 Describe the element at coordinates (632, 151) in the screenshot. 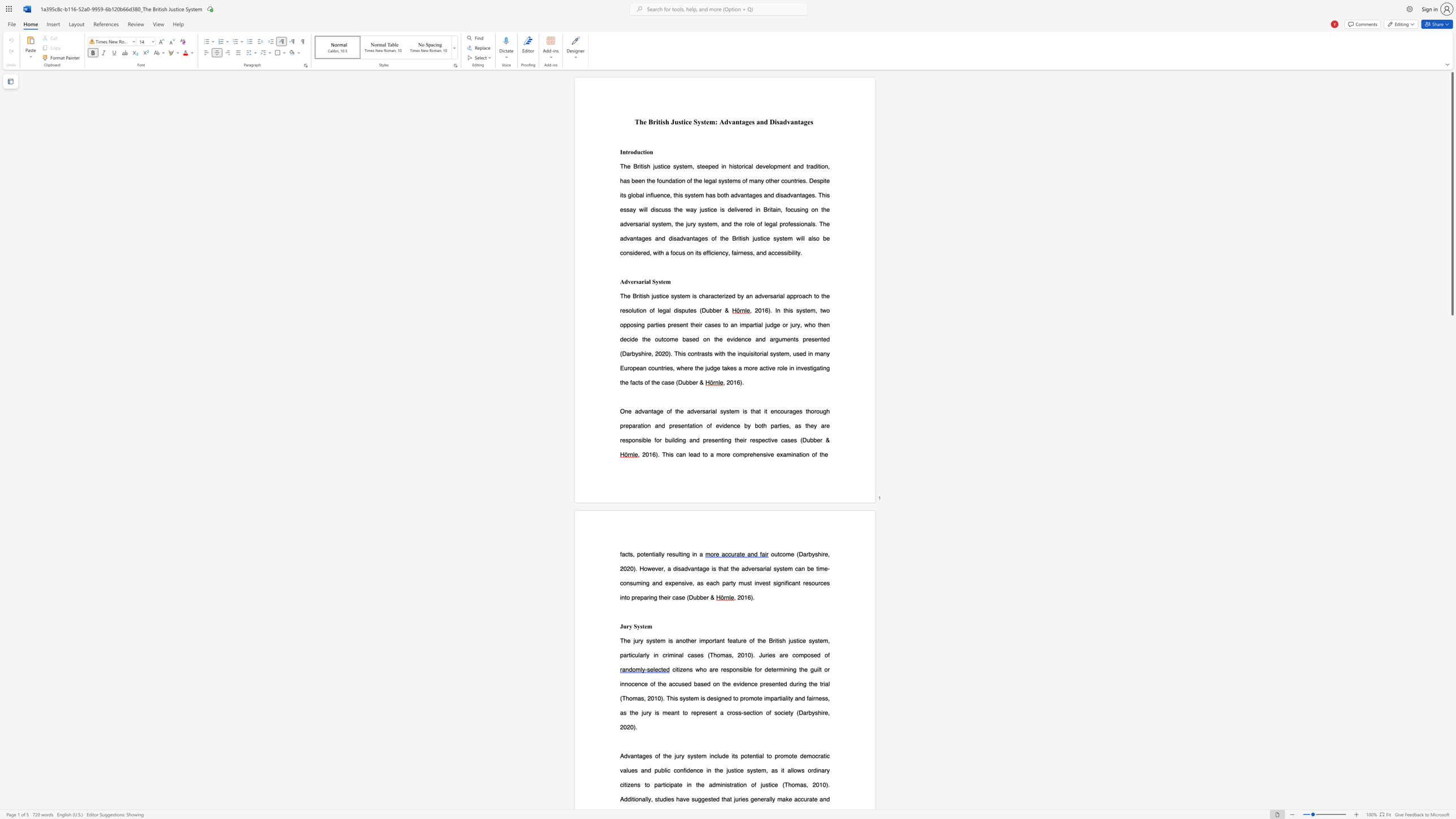

I see `the 1th character "o" in the text` at that location.